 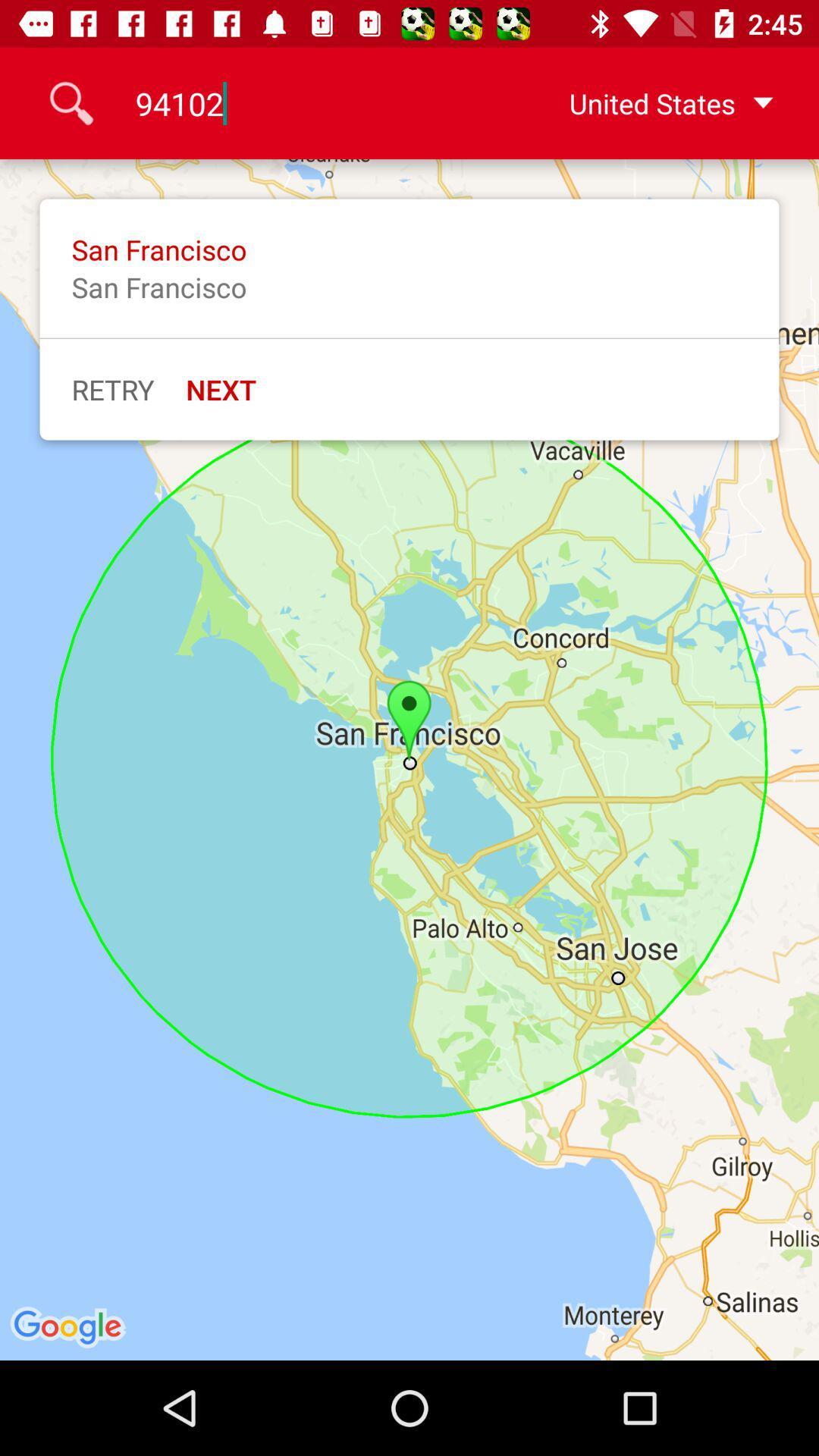 What do you see at coordinates (221, 389) in the screenshot?
I see `the next` at bounding box center [221, 389].